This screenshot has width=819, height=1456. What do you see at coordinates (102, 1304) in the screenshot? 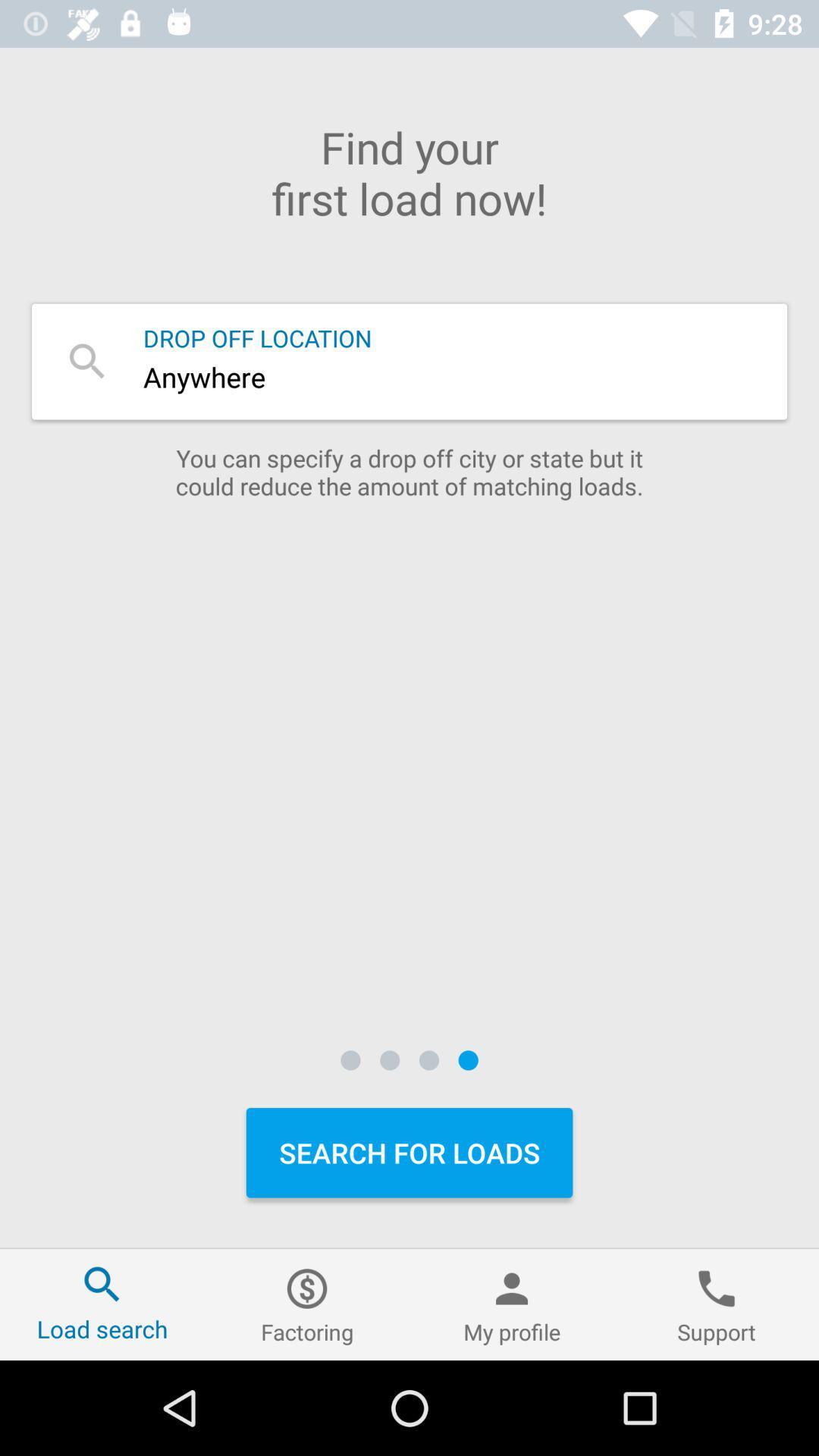
I see `the item to the left of the factoring item` at bounding box center [102, 1304].